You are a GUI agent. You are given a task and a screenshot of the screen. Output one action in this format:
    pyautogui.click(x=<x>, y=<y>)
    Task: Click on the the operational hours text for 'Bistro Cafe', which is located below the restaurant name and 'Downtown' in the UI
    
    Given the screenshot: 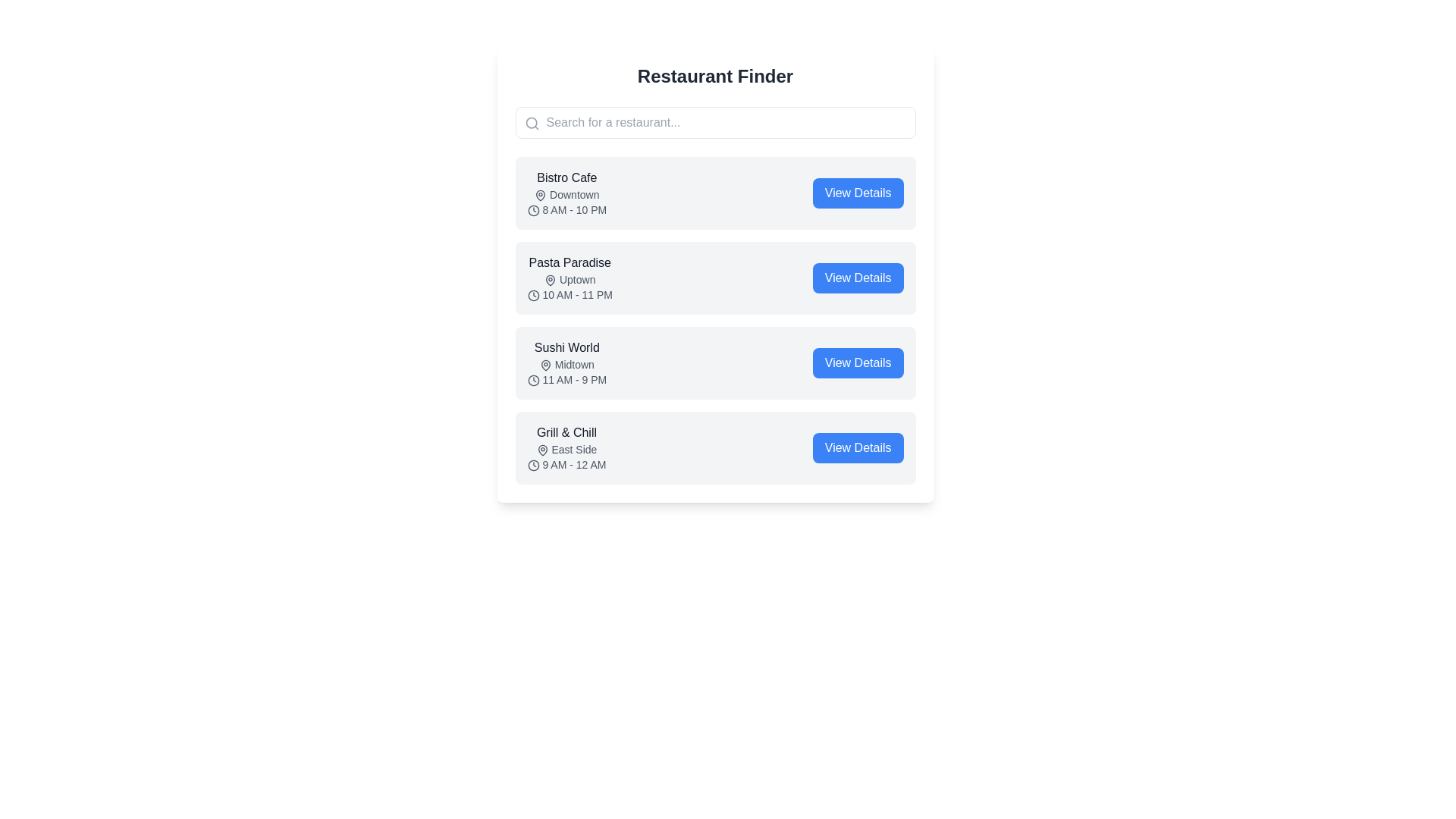 What is the action you would take?
    pyautogui.click(x=566, y=210)
    